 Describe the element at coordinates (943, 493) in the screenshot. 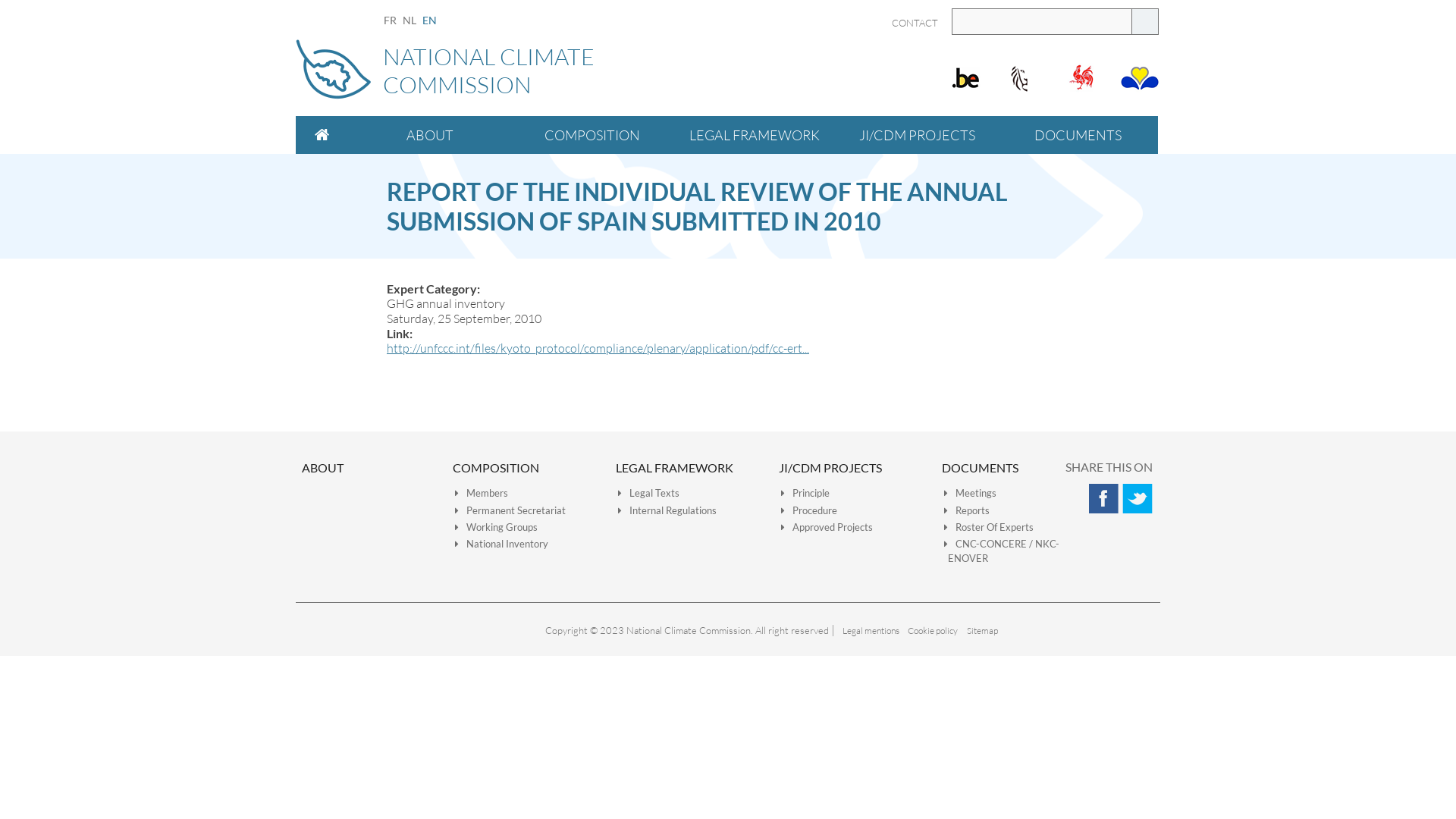

I see `'Meetings'` at that location.